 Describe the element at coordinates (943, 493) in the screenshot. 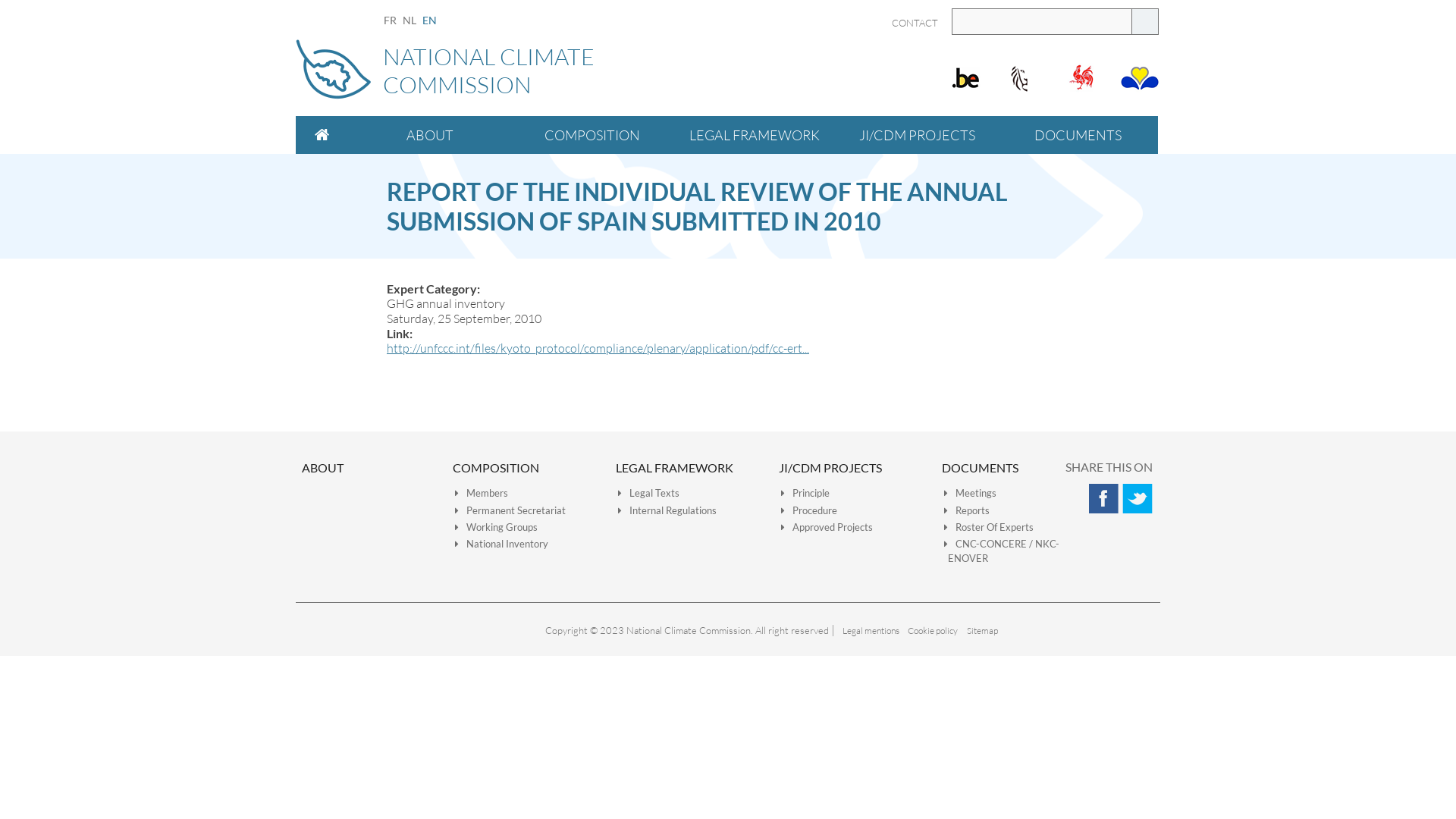

I see `'Meetings'` at that location.